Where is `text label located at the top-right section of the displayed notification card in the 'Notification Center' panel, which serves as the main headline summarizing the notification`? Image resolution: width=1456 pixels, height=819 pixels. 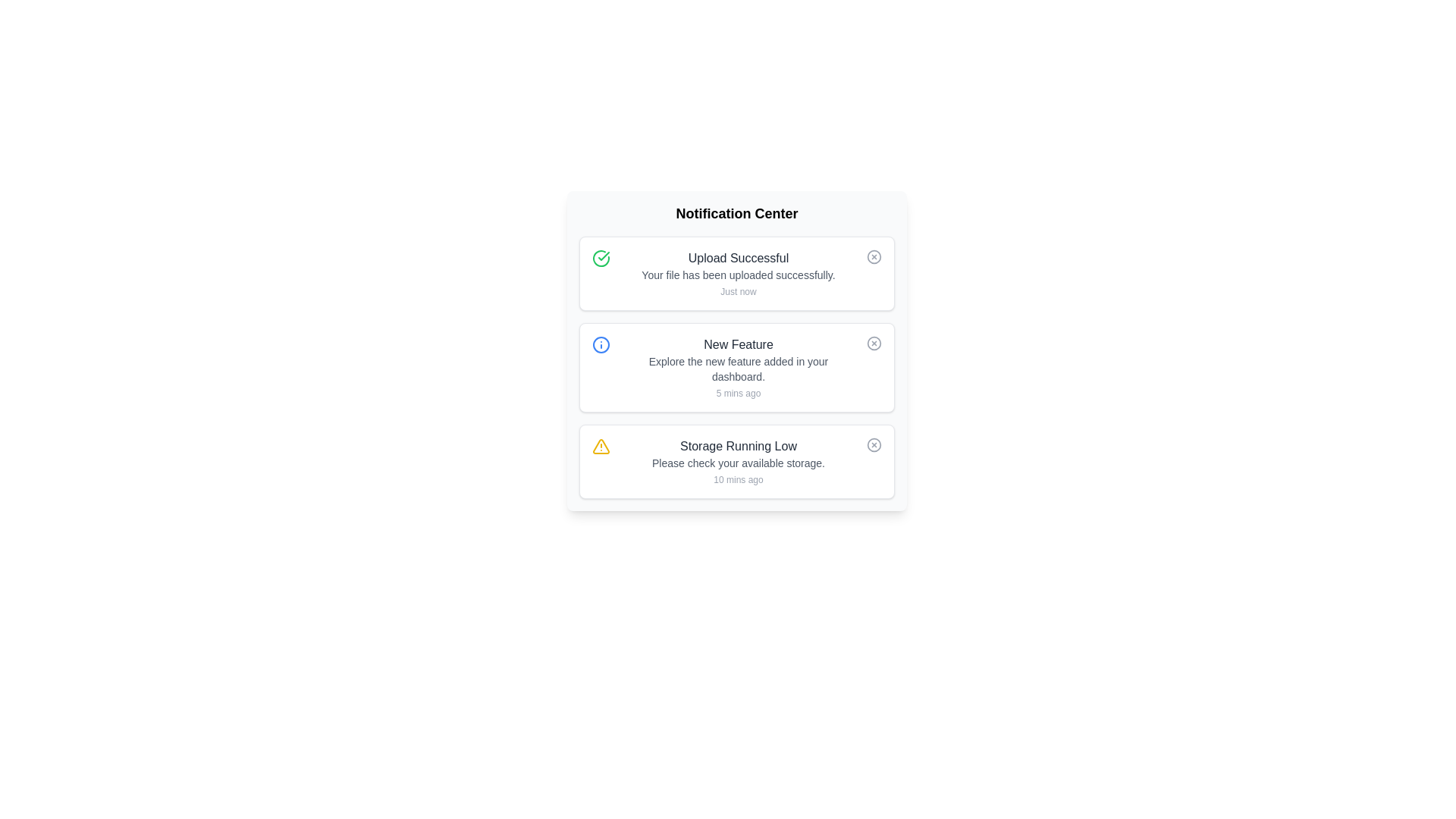
text label located at the top-right section of the displayed notification card in the 'Notification Center' panel, which serves as the main headline summarizing the notification is located at coordinates (739, 257).